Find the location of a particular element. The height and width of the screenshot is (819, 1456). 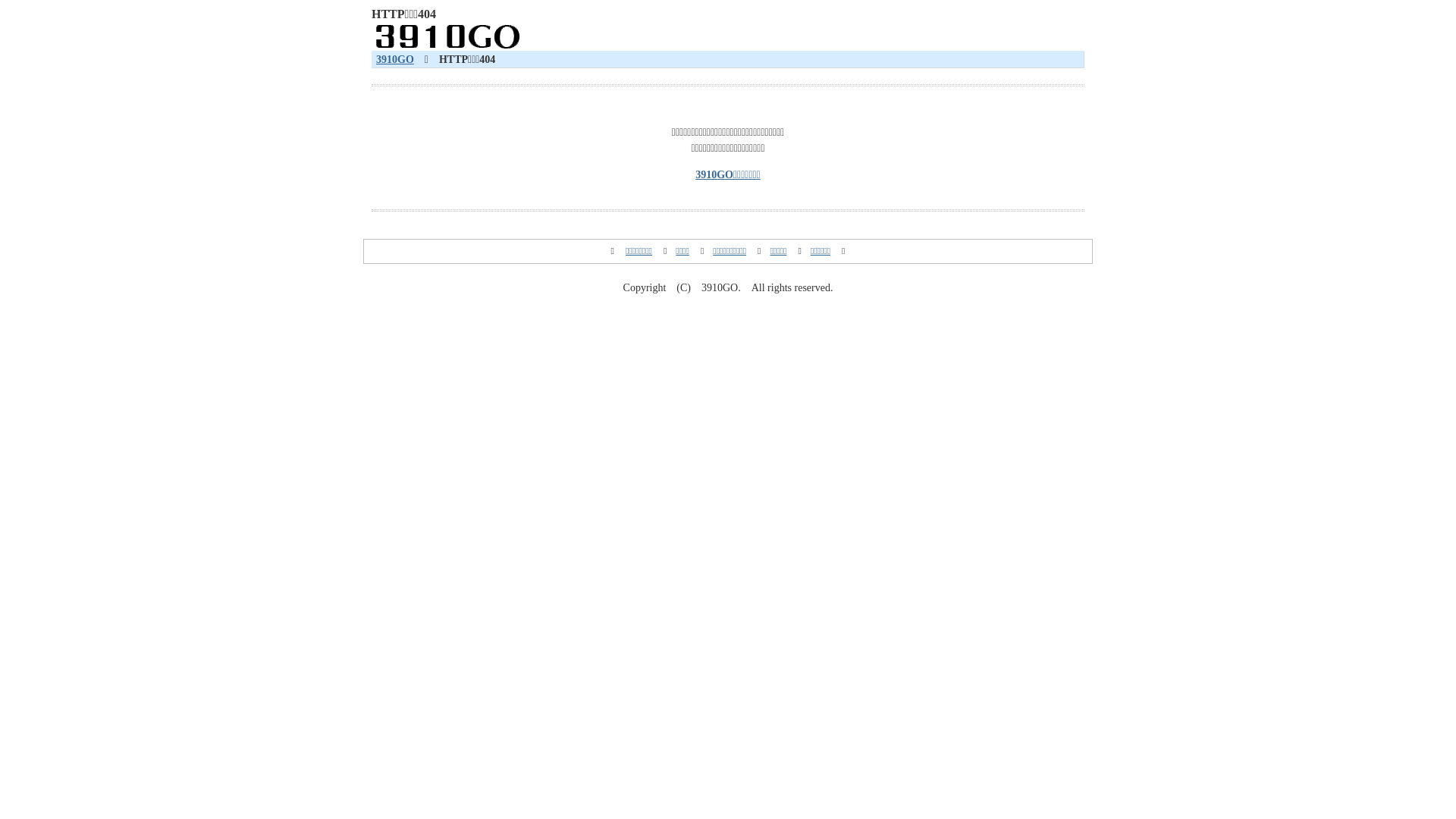

'3910GO' is located at coordinates (375, 58).